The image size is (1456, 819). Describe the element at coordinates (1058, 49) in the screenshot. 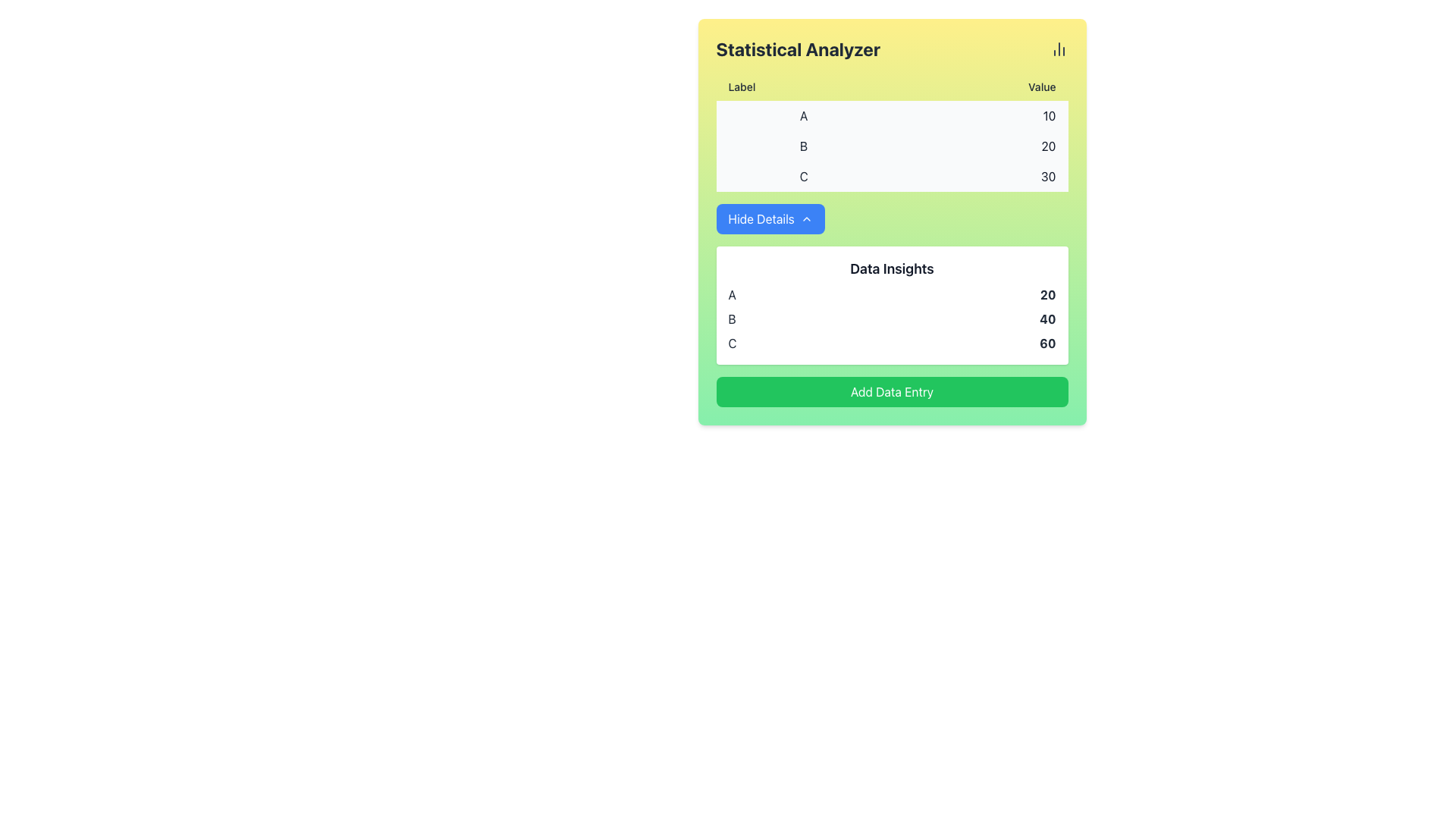

I see `the small gray chart icon located in the top-right corner of the 'Statistical Analyzer' section` at that location.